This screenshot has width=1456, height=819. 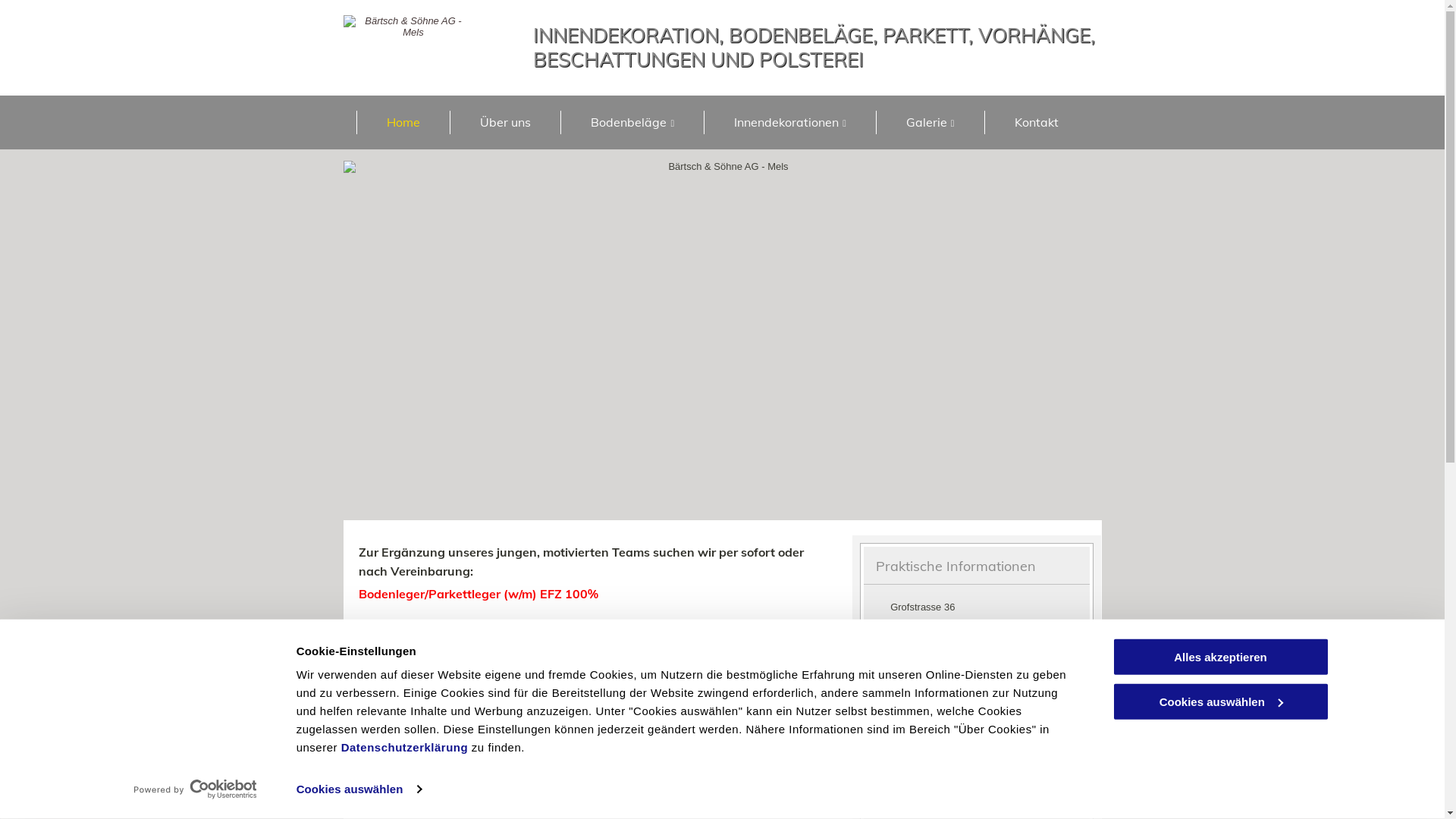 I want to click on 'Home', so click(x=403, y=121).